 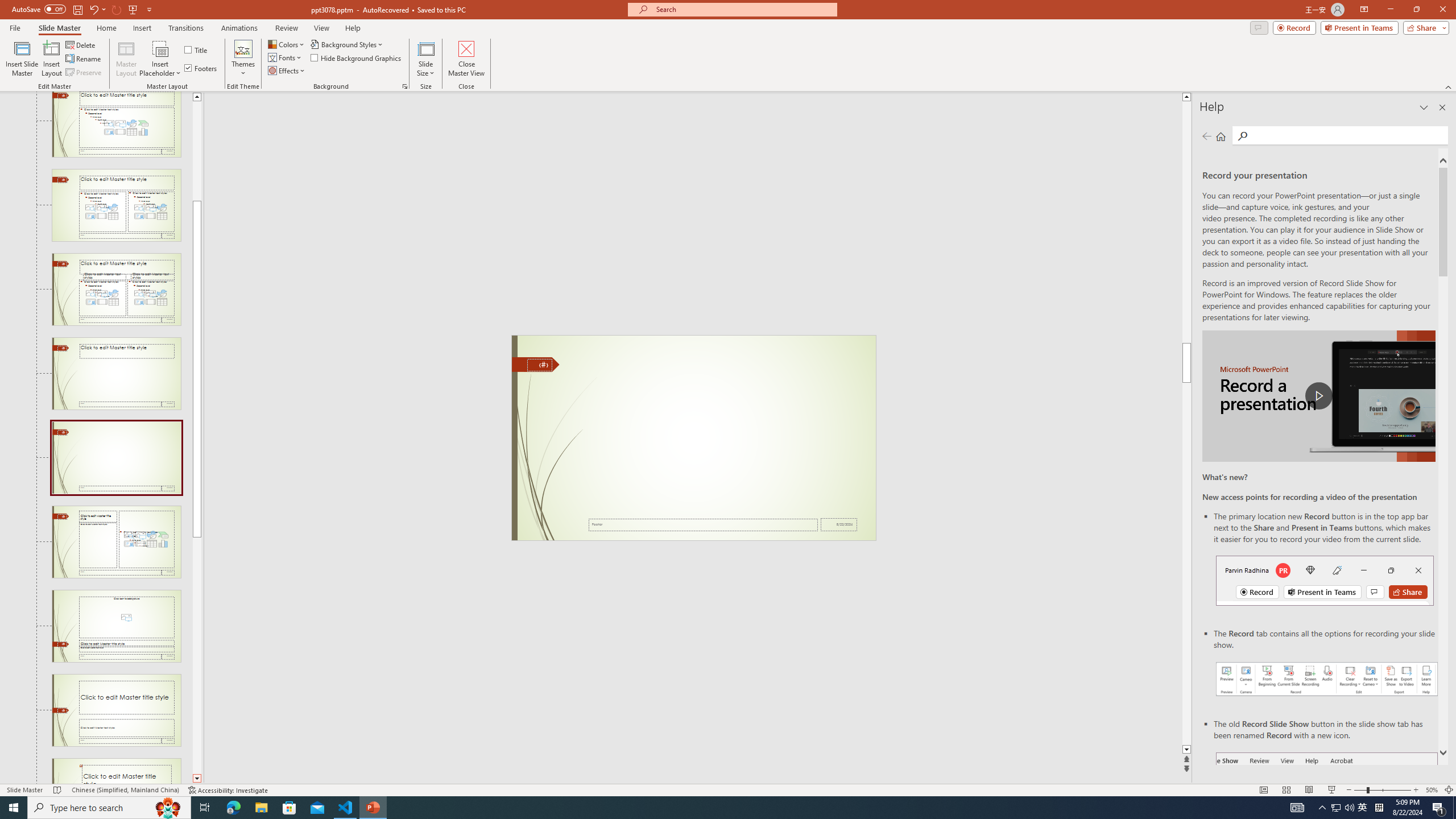 I want to click on 'View', so click(x=322, y=28).